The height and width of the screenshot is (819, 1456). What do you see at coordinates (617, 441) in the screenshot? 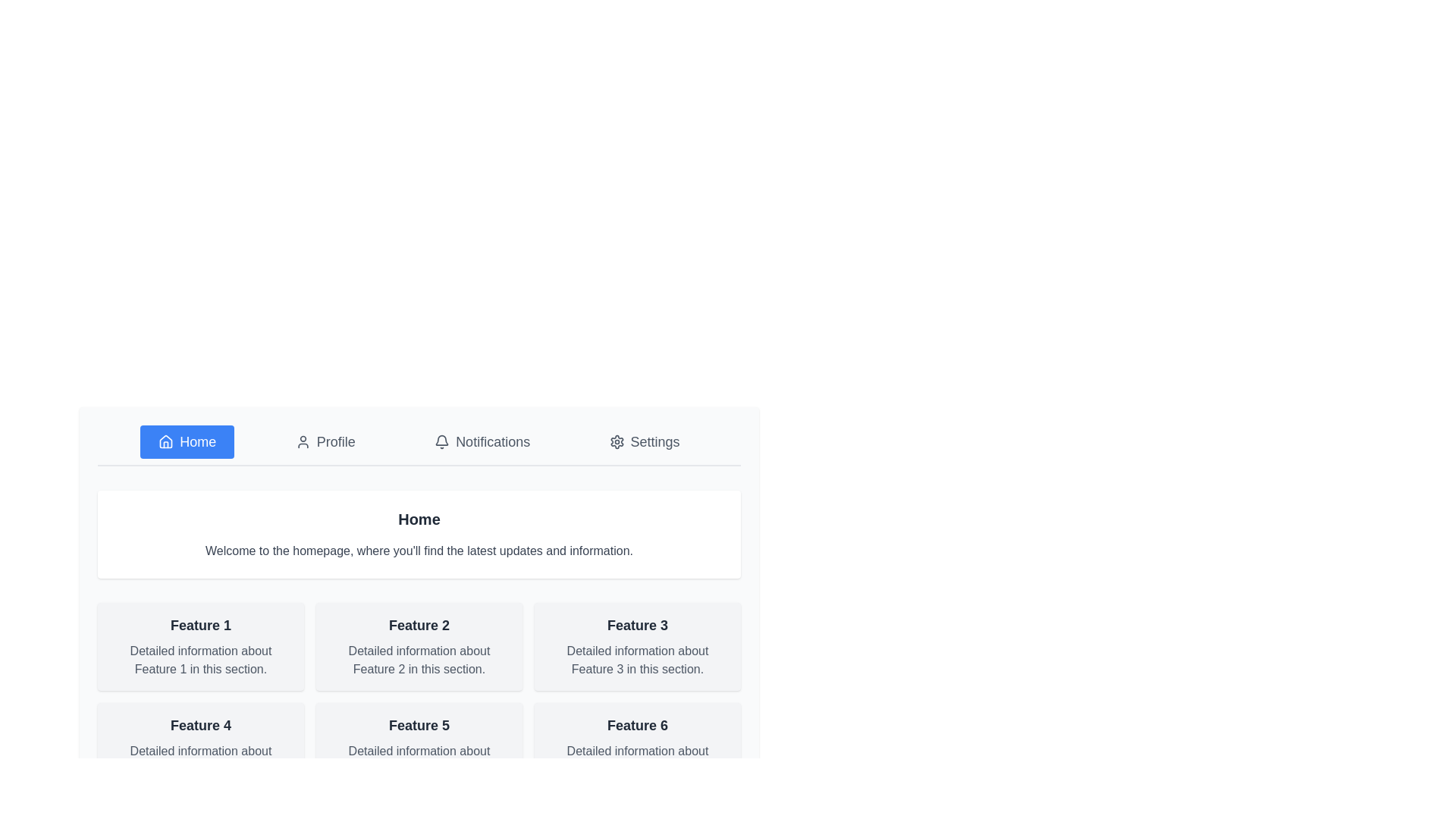
I see `the cogwheel-shaped icon in the upper right section of the navigation bar` at bounding box center [617, 441].